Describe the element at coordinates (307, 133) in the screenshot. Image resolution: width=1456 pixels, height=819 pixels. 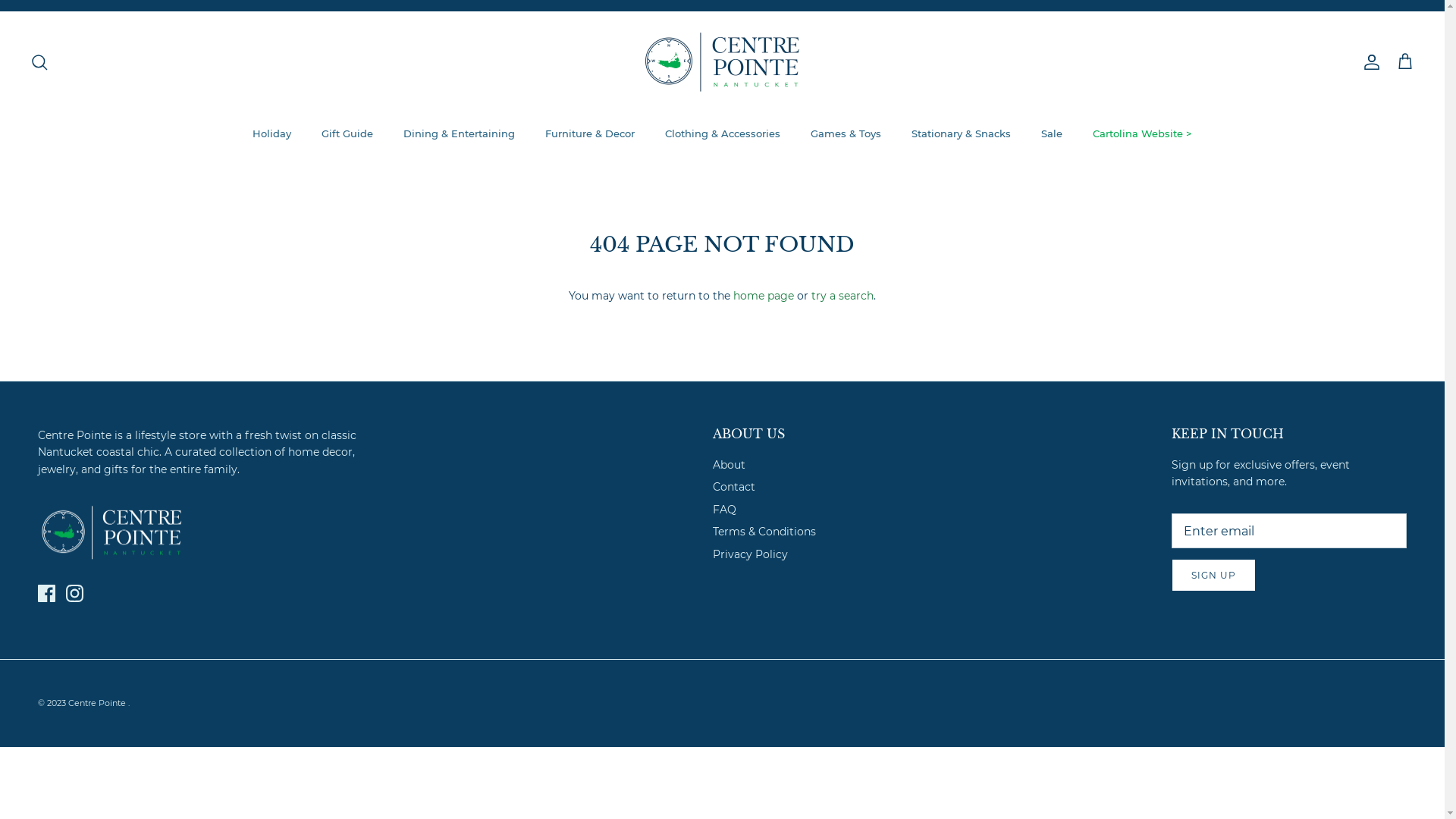
I see `'Gift Guide'` at that location.